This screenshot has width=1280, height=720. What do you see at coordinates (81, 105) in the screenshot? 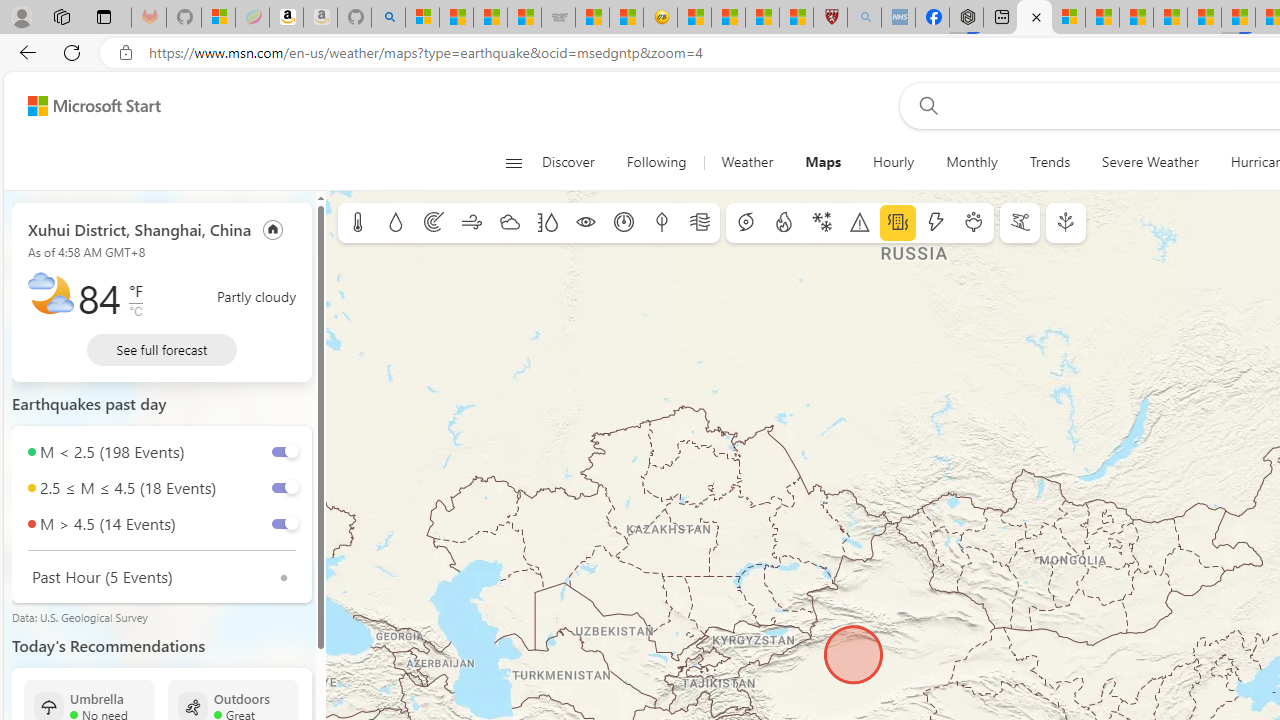
I see `'Skip to footer'` at bounding box center [81, 105].